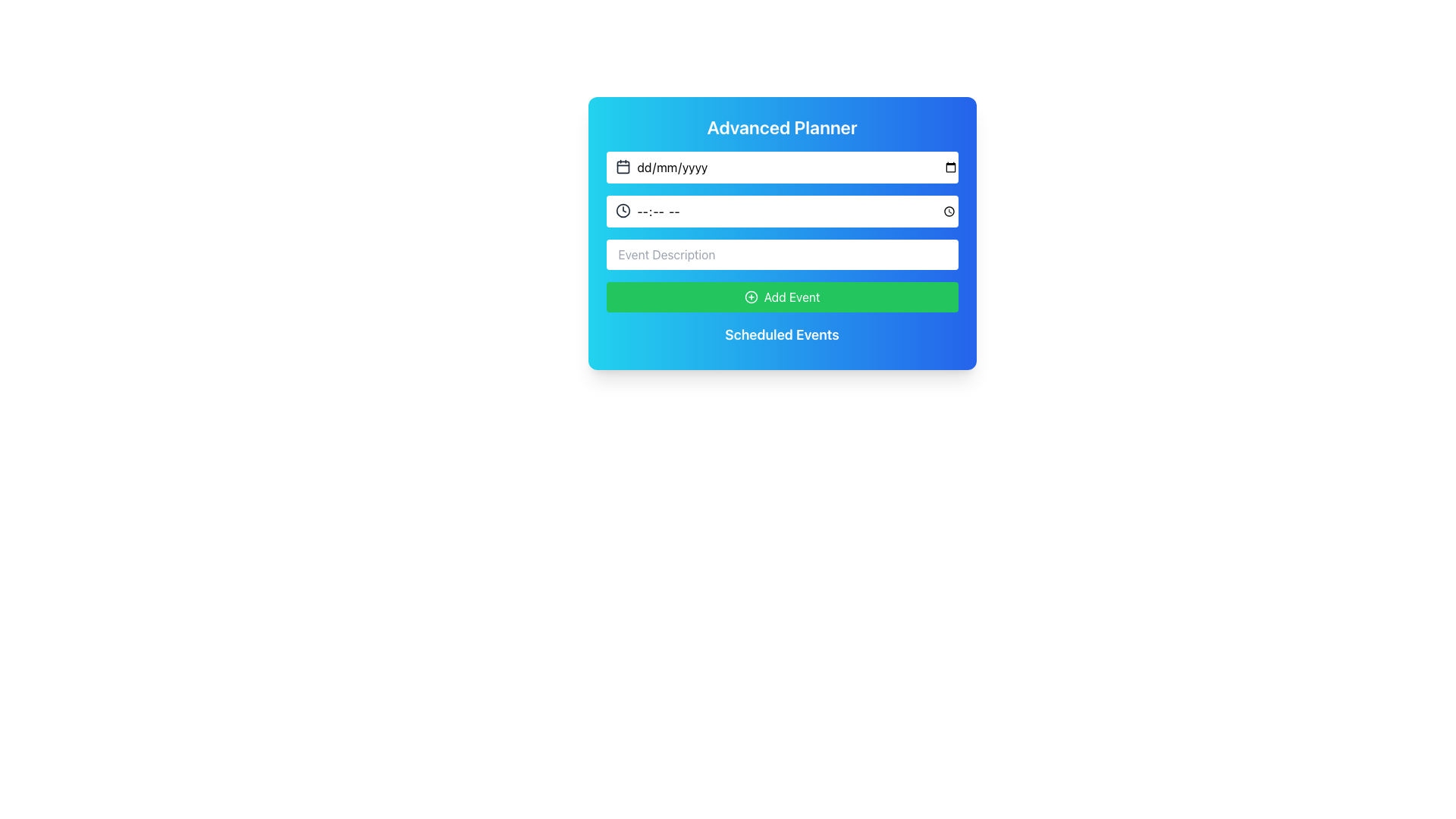 The width and height of the screenshot is (1456, 819). What do you see at coordinates (791, 297) in the screenshot?
I see `the 'Add Event' button, which is a green rectangular button with white text displayed in bold font, positioned towards the center-right side of the button` at bounding box center [791, 297].